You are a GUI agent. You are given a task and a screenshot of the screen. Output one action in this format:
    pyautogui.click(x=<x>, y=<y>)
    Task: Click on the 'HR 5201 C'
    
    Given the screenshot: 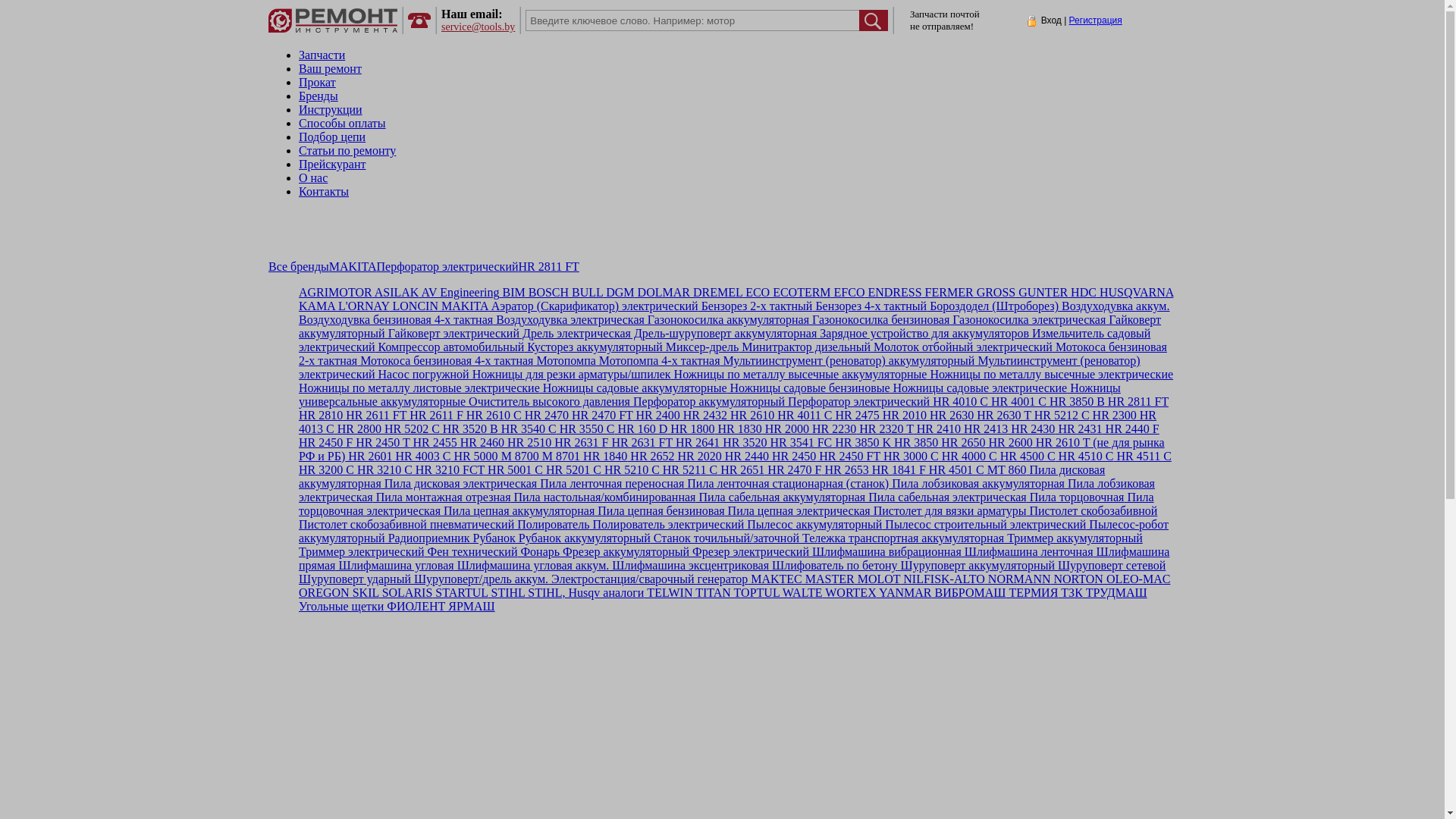 What is the action you would take?
    pyautogui.click(x=571, y=469)
    